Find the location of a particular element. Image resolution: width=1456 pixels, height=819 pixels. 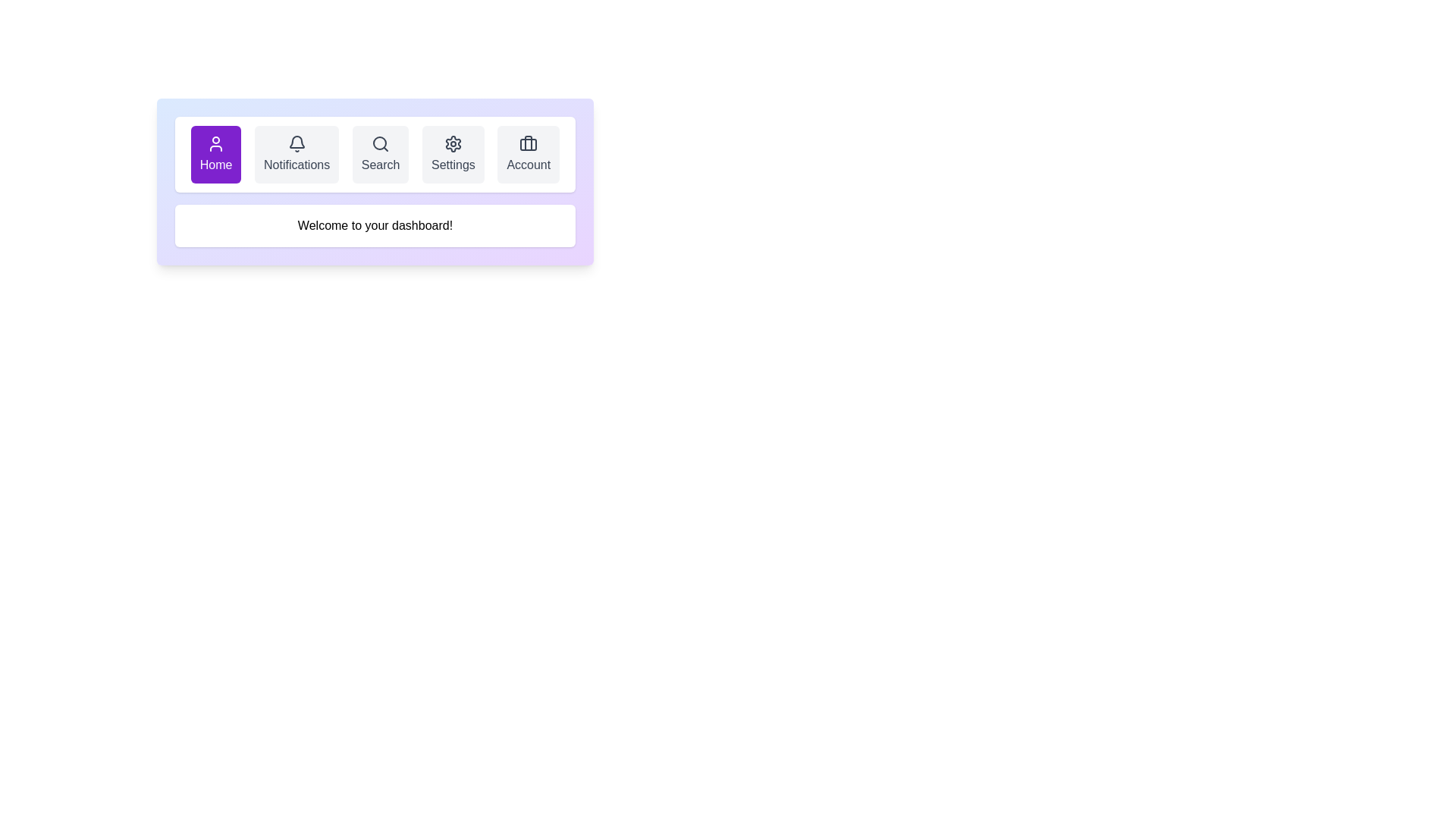

the suitcase icon located centrally above the 'Account' text label in the horizontal navigation bar is located at coordinates (528, 143).